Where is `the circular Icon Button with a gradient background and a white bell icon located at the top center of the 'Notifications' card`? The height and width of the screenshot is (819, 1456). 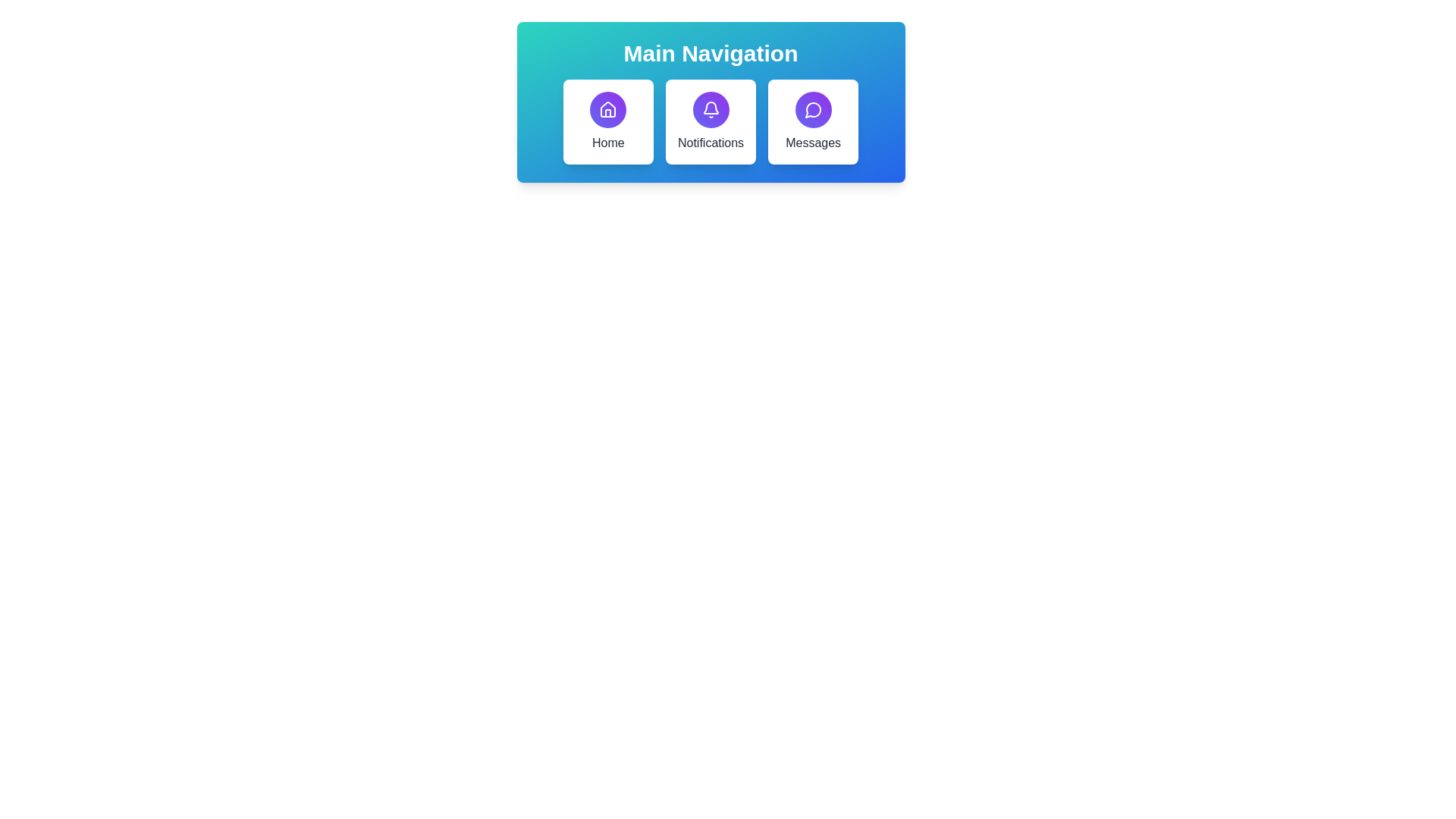 the circular Icon Button with a gradient background and a white bell icon located at the top center of the 'Notifications' card is located at coordinates (710, 109).